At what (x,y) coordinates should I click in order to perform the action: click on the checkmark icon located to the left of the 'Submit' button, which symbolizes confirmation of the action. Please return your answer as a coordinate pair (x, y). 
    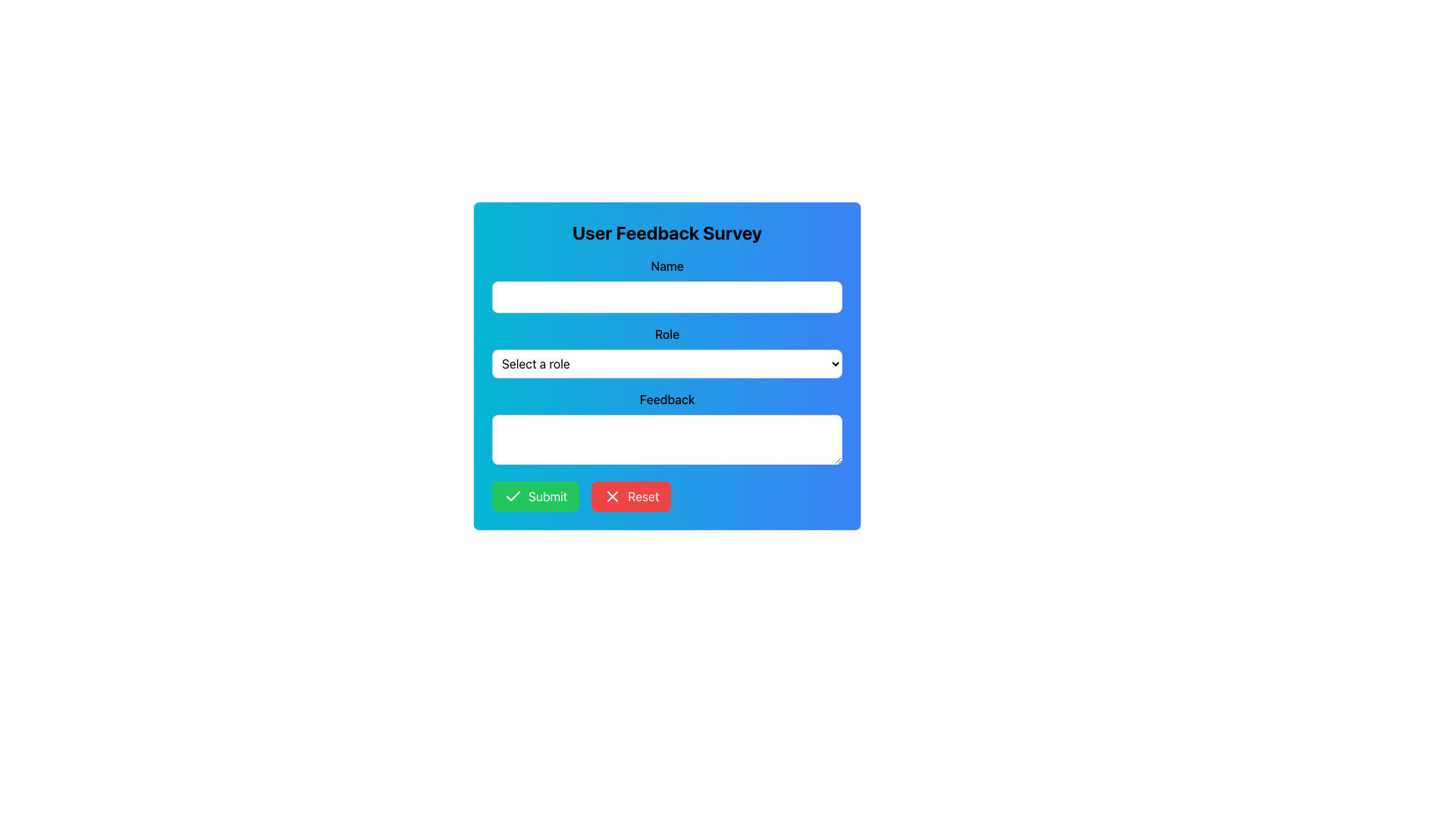
    Looking at the image, I should click on (513, 497).